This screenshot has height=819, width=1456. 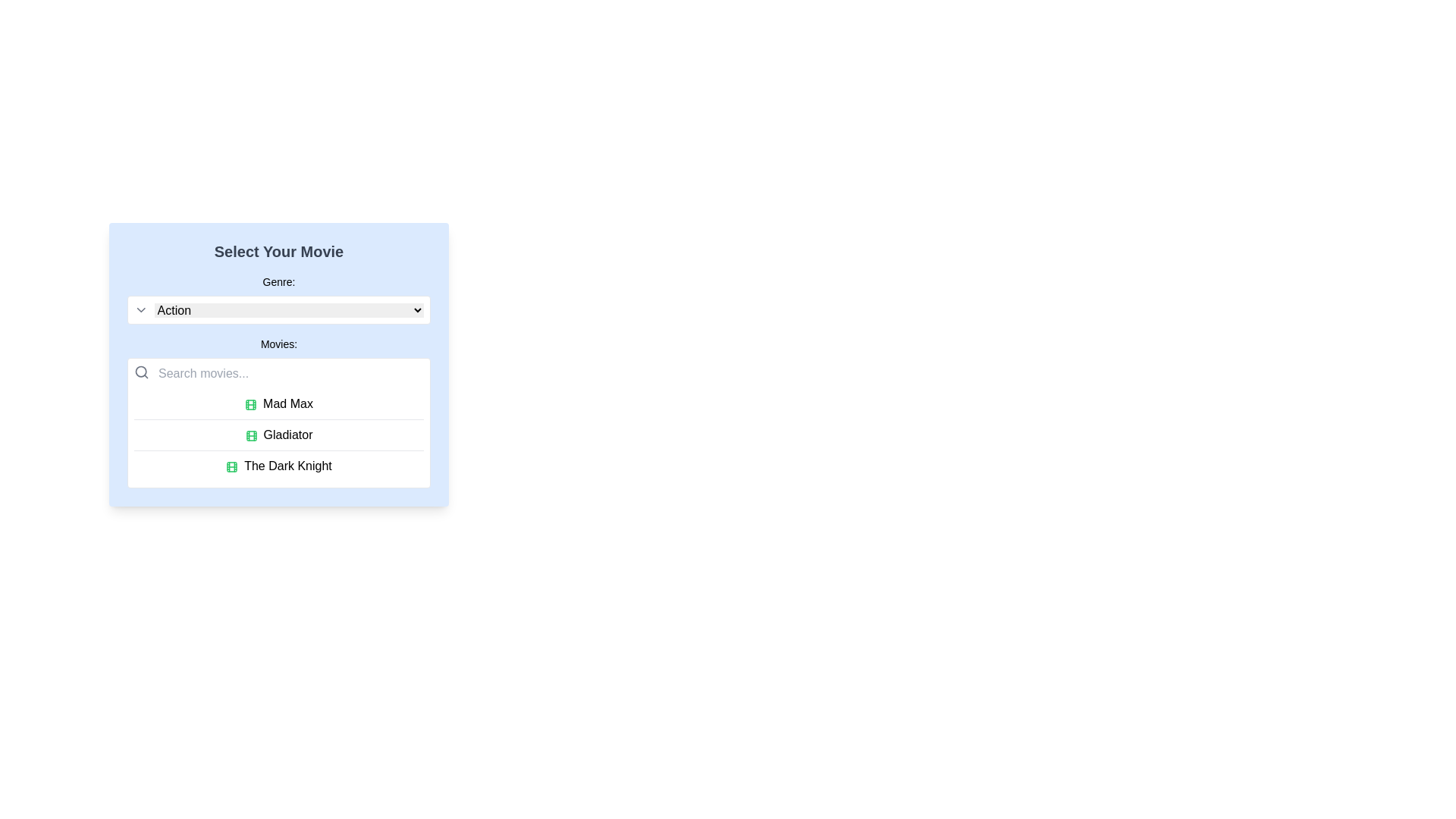 I want to click on the green film icon located to the left of the text 'Mad Max' in the first movie entry of the list under the 'Movies' section, so click(x=251, y=403).